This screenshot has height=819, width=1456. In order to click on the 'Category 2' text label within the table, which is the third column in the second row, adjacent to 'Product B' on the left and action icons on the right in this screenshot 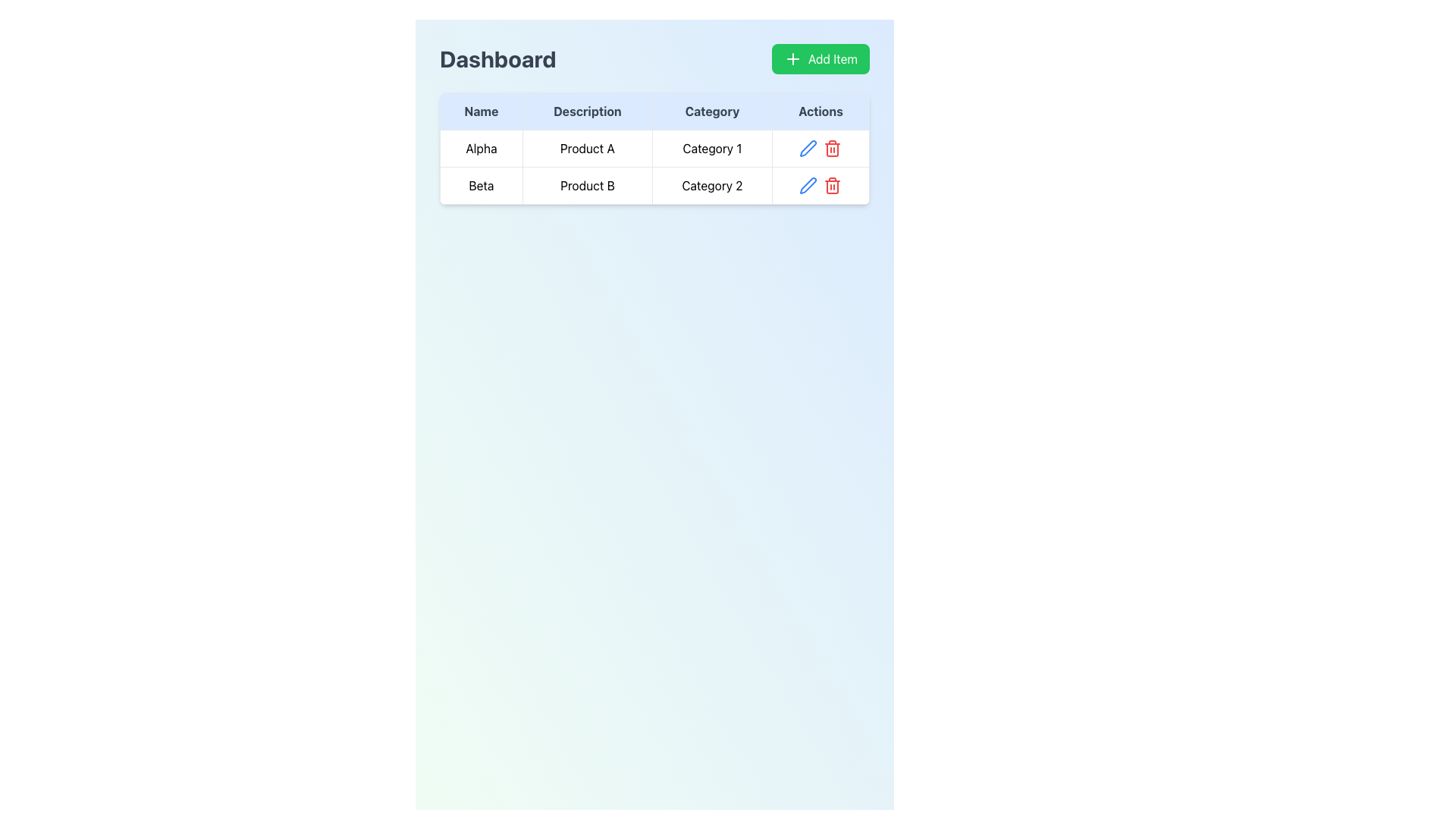, I will do `click(711, 185)`.